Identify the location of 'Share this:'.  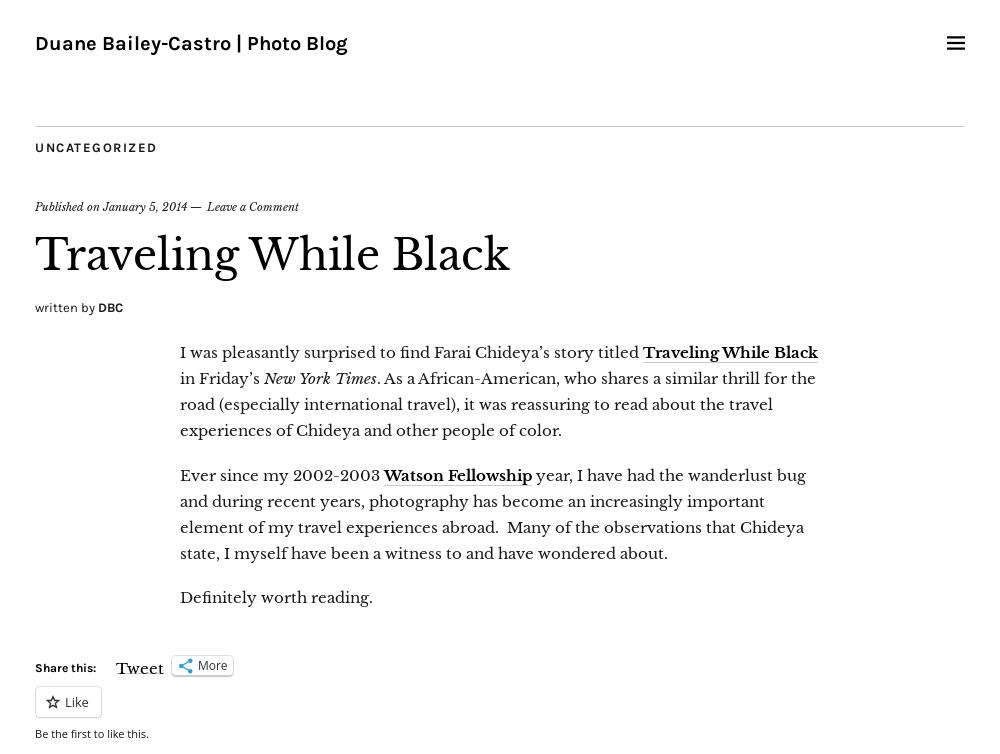
(64, 665).